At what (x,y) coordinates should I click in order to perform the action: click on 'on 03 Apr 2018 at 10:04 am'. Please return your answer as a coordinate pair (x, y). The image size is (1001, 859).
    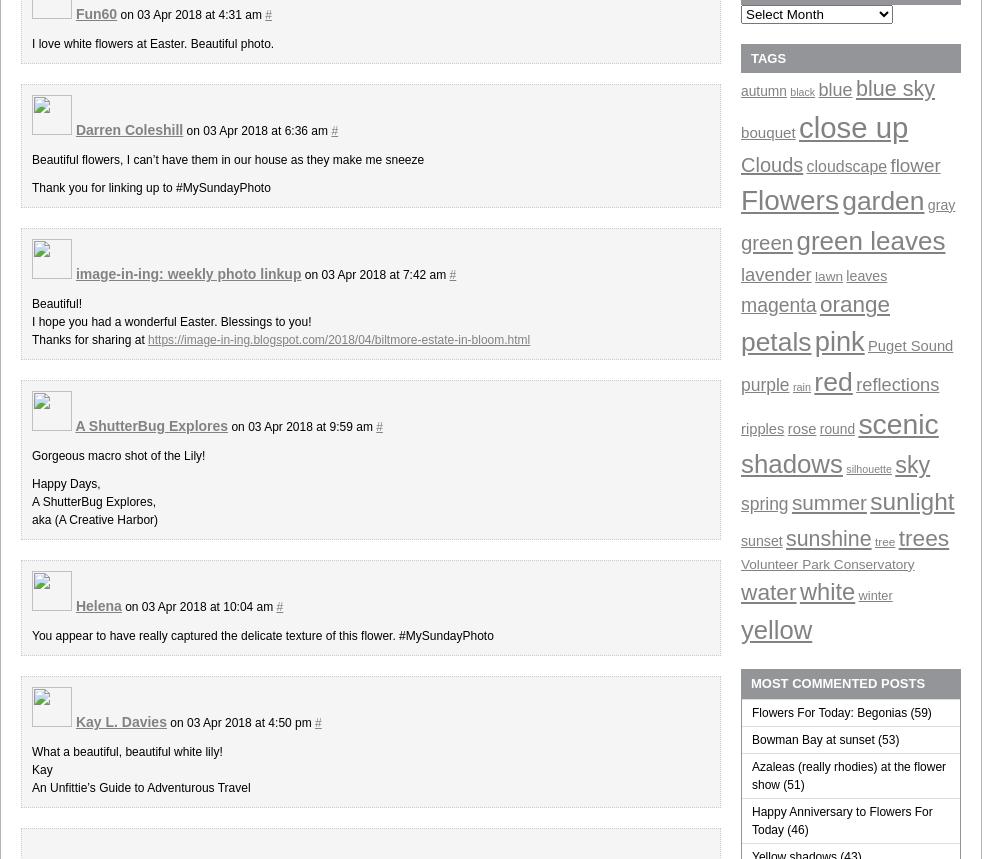
    Looking at the image, I should click on (198, 606).